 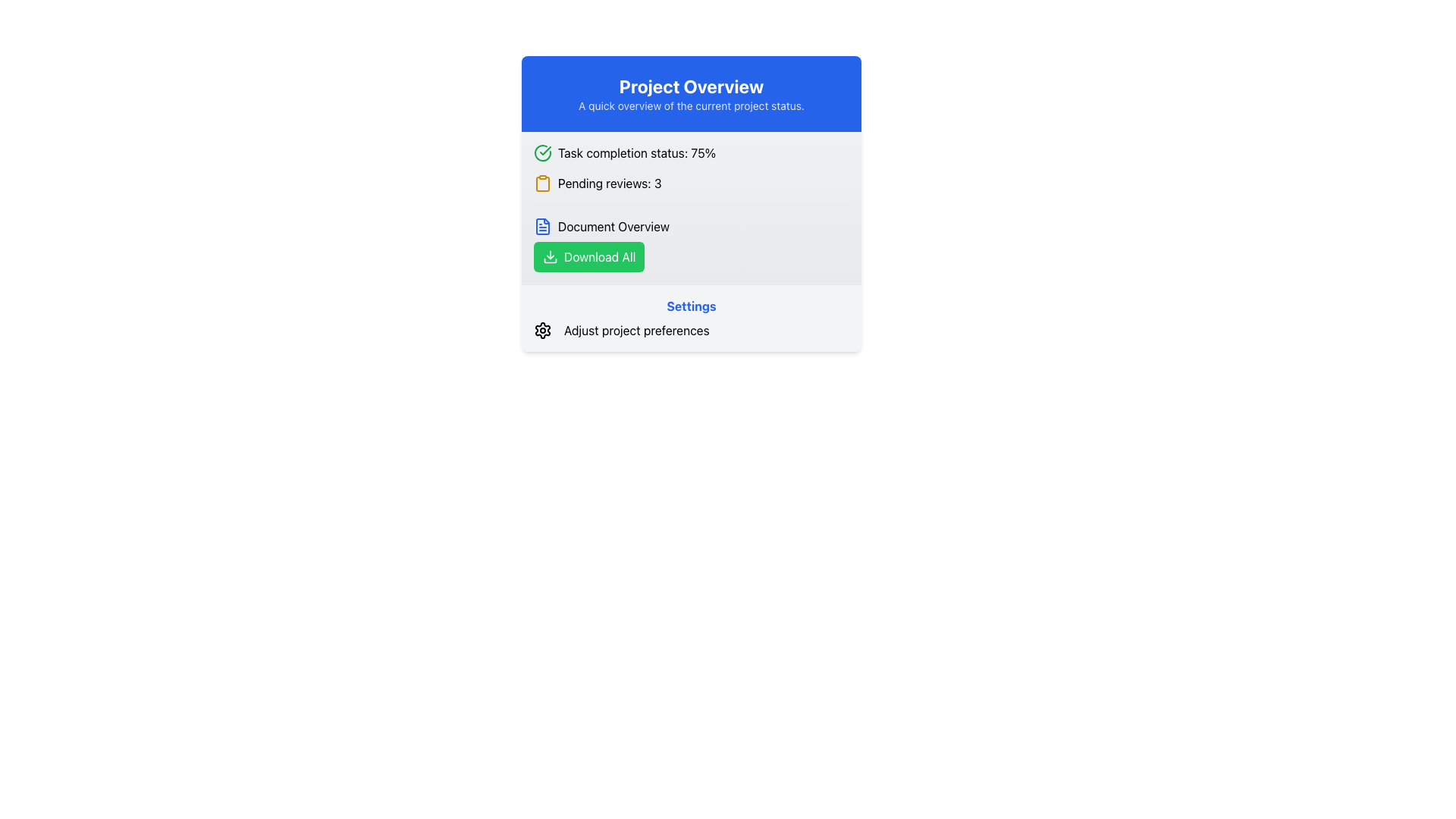 What do you see at coordinates (691, 329) in the screenshot?
I see `the text label 'Adjust project preferences' which is accompanied by a gear icon, located within the 'Settings' section at the bottom of a card` at bounding box center [691, 329].